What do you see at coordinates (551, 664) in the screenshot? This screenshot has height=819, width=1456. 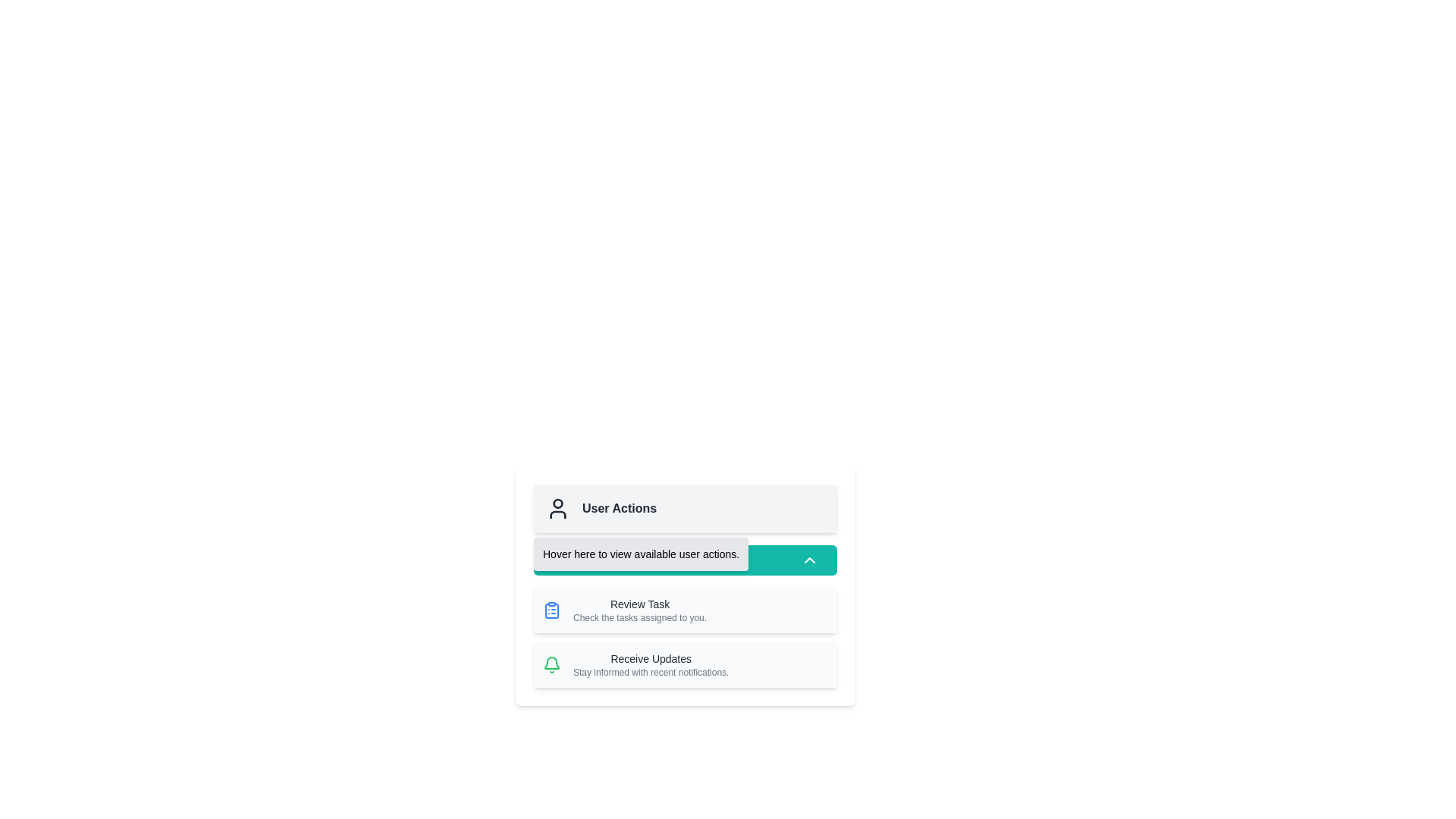 I see `the bell icon located at the bottom left of the 'Receive Updates' section, which serves as a notification symbol` at bounding box center [551, 664].